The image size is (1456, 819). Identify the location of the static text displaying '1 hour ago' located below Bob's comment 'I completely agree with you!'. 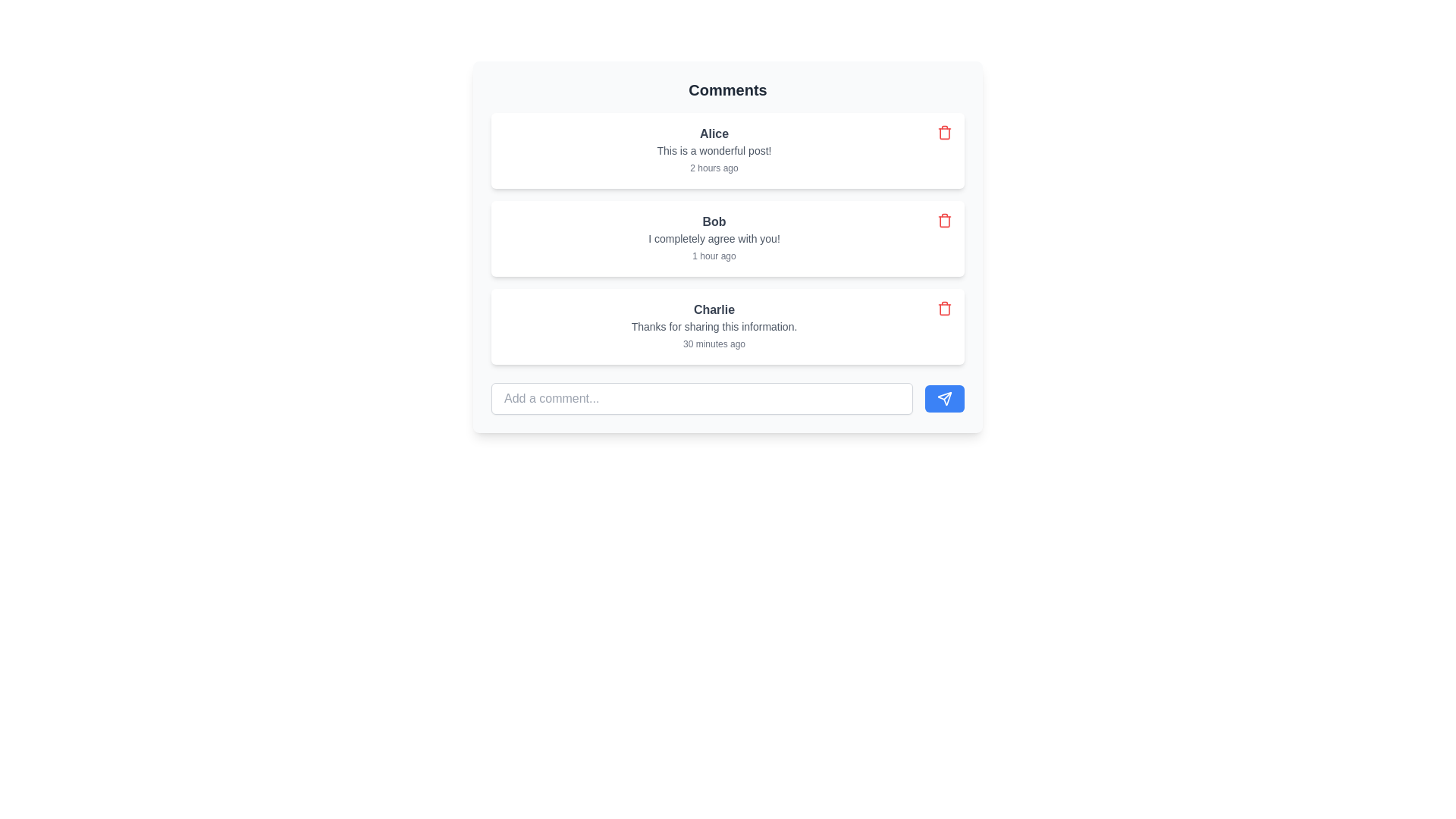
(713, 256).